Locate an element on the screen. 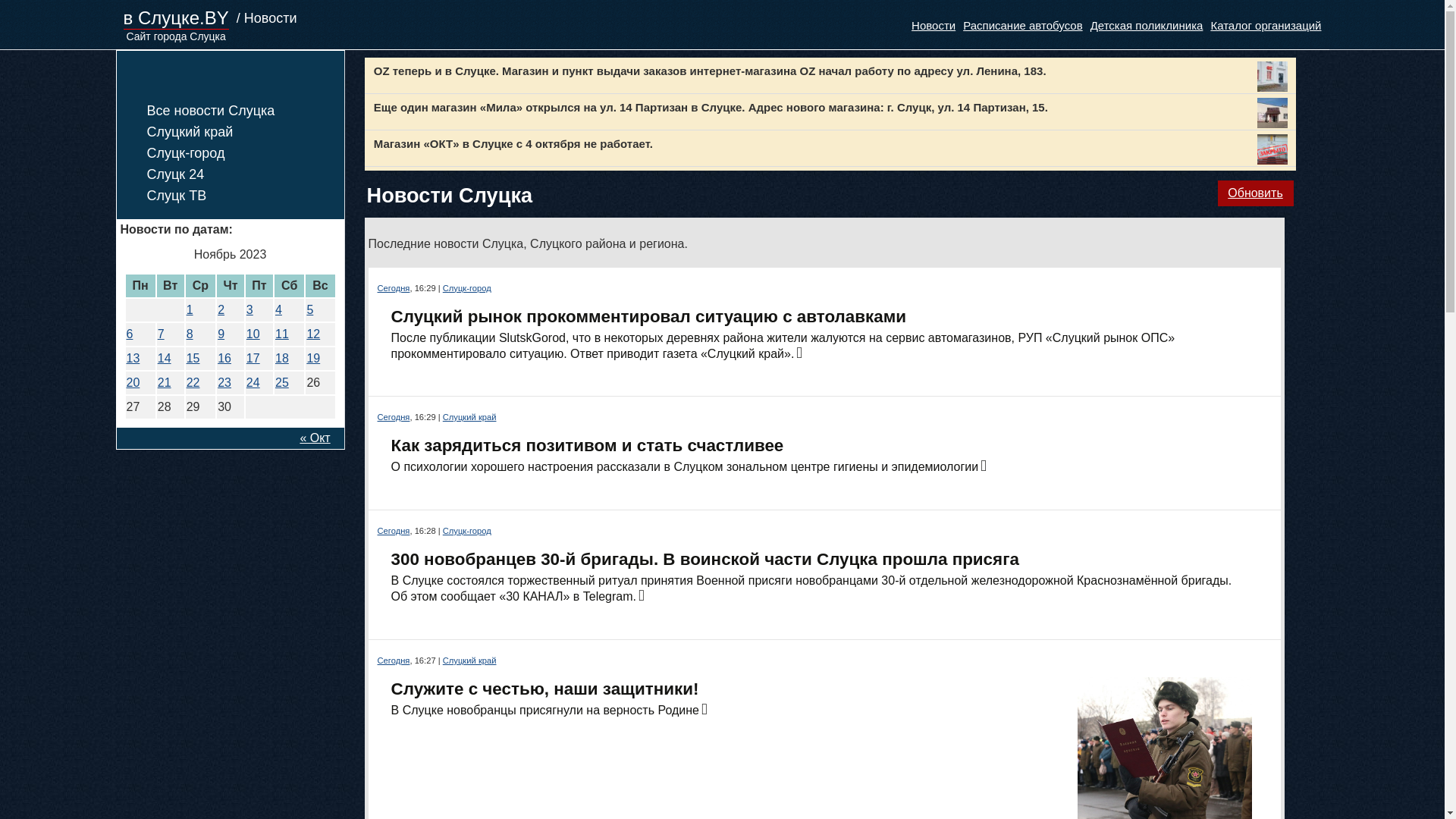 The height and width of the screenshot is (819, 1456). '11' is located at coordinates (281, 333).